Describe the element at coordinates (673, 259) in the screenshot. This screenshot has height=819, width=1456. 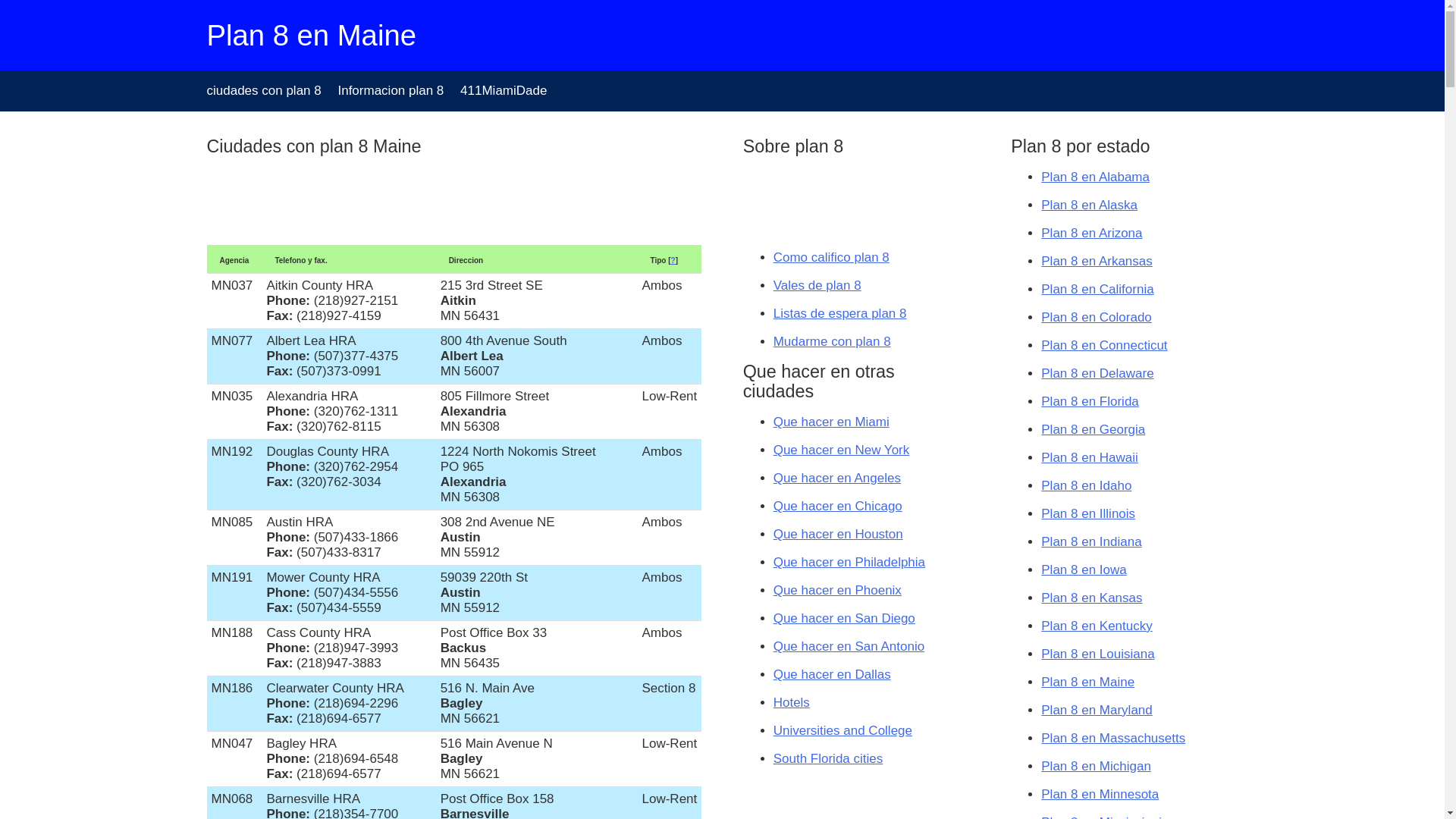
I see `'?'` at that location.